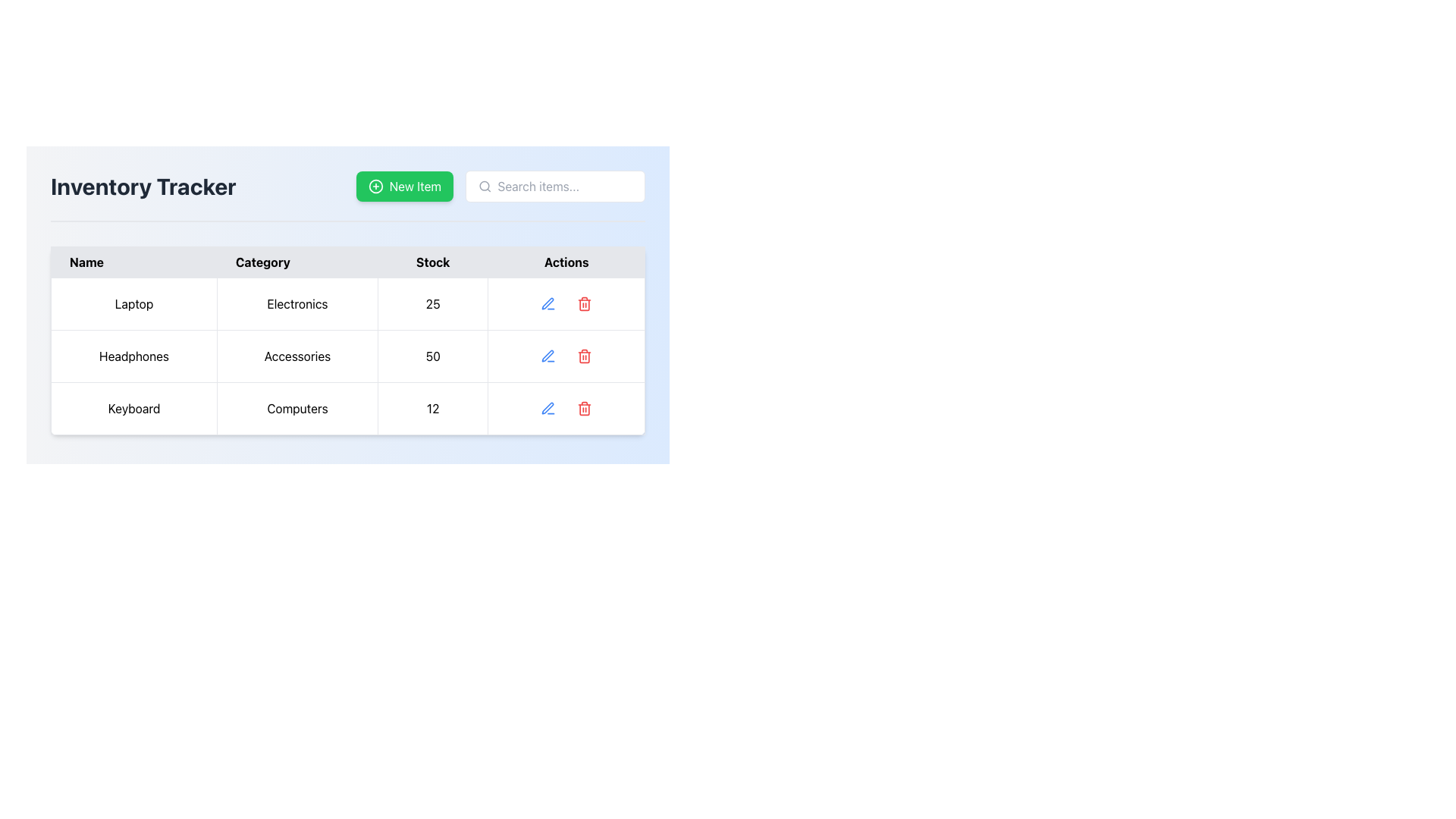 This screenshot has height=819, width=1456. What do you see at coordinates (484, 186) in the screenshot?
I see `the search icon located at the leftmost part of the search bar component, which serves as a visual indicator for the search function` at bounding box center [484, 186].